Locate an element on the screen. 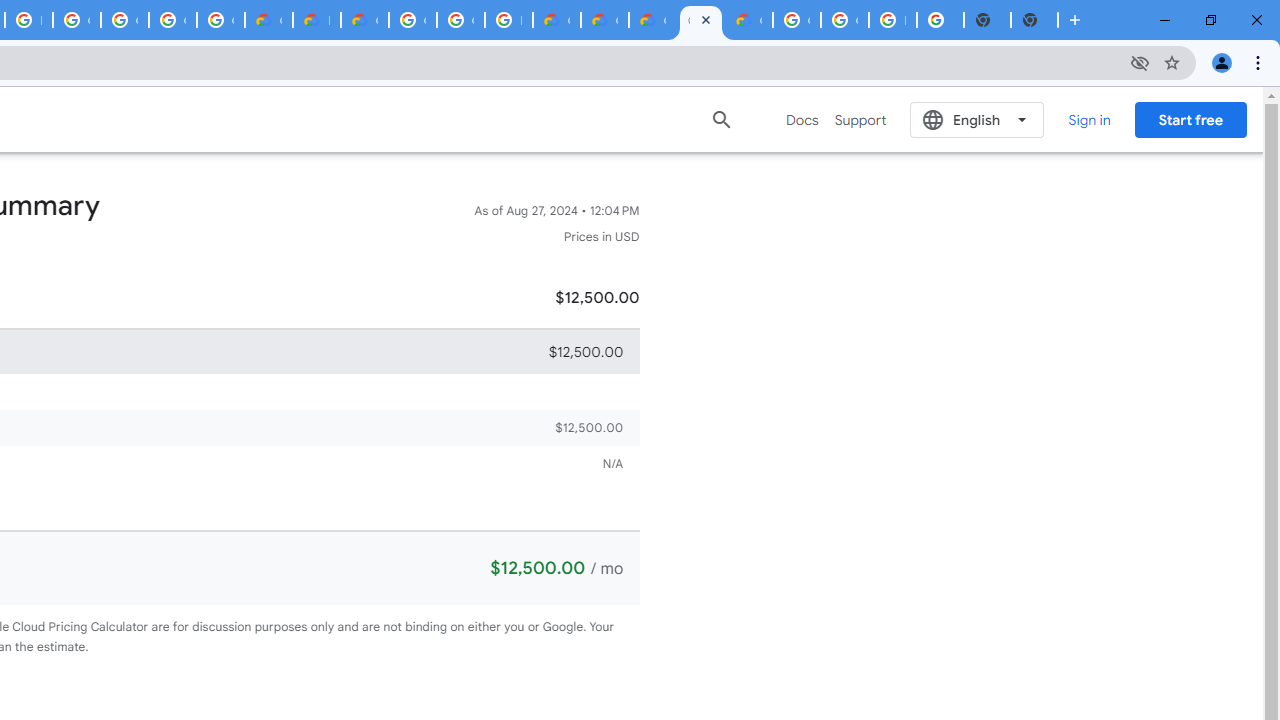  'New Tab' is located at coordinates (1034, 20).